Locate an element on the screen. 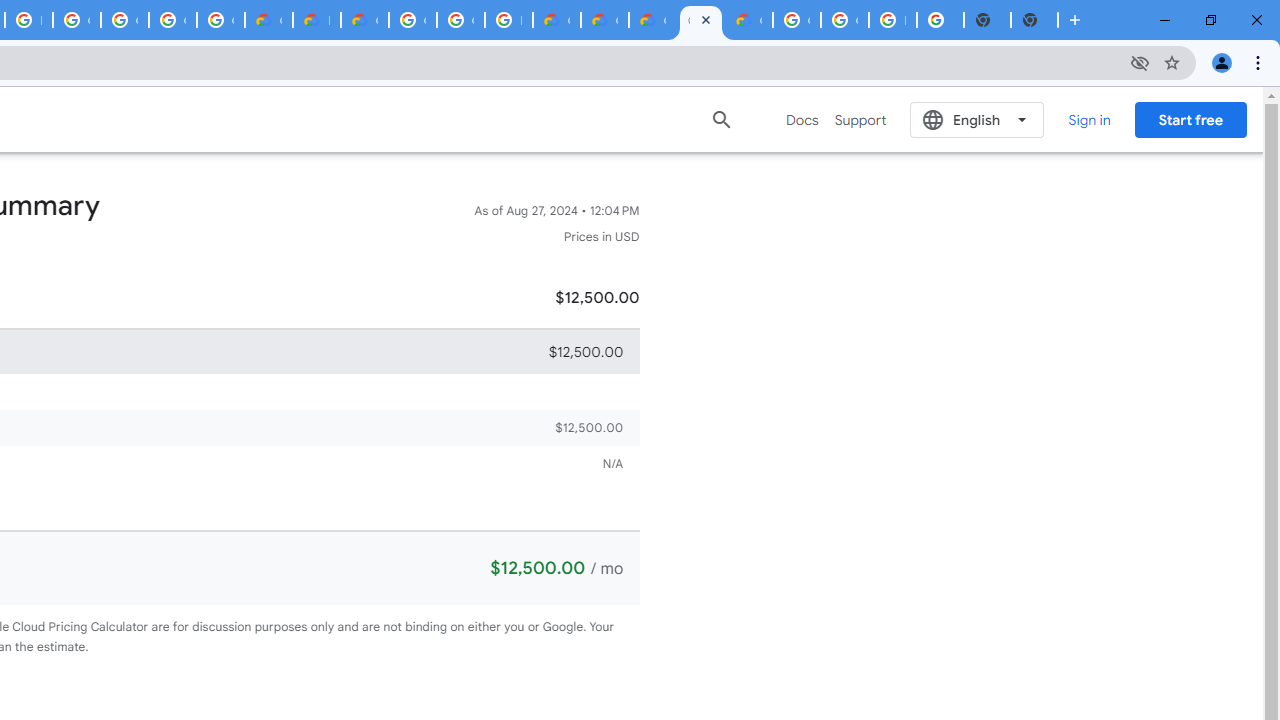  'New Tab' is located at coordinates (1034, 20).